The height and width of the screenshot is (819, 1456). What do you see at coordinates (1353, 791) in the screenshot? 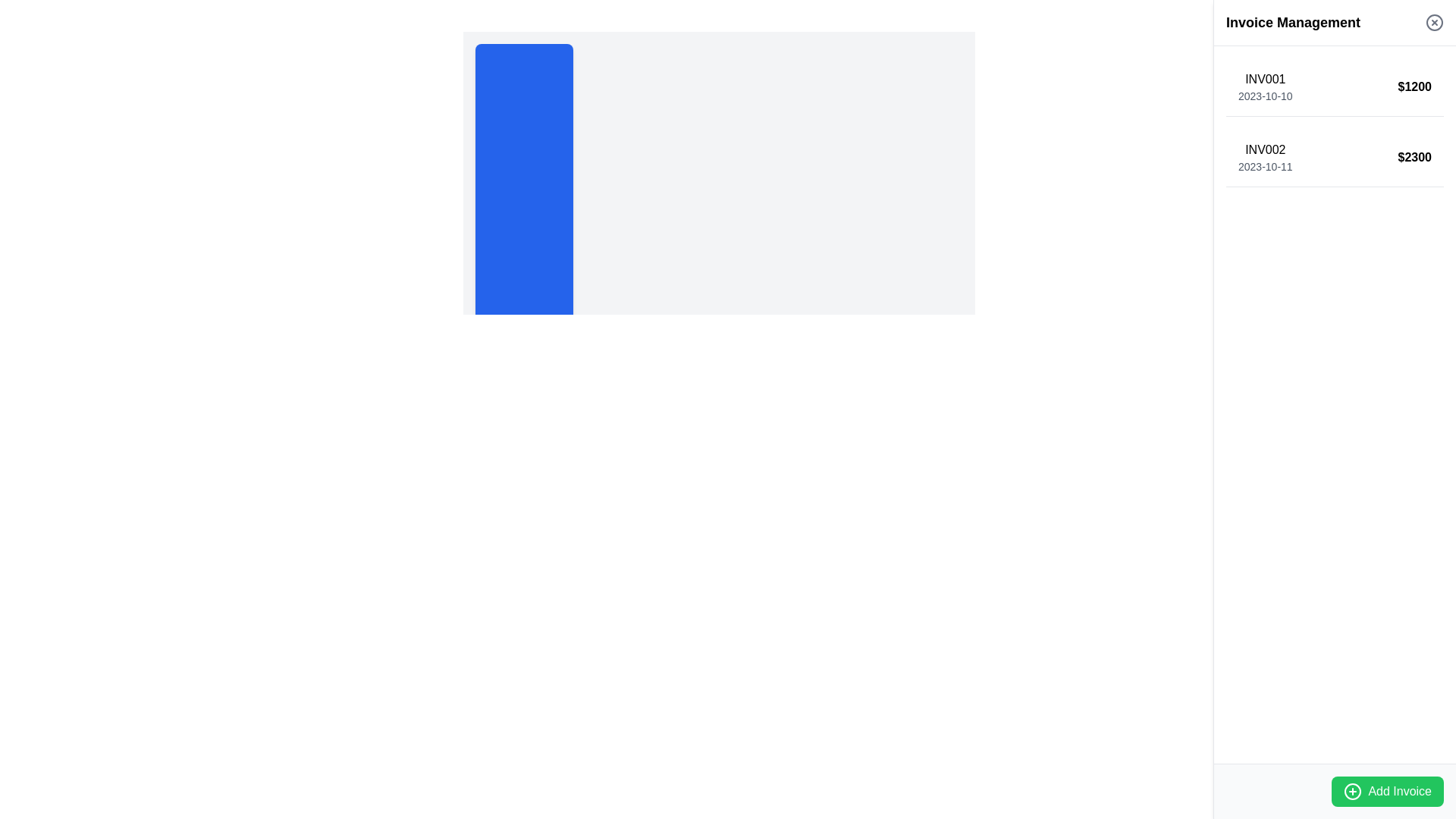
I see `the 'Add' icon positioned to the left of the text 'Add Invoice' within the green rounded rectangle button located at the bottom-right corner of the interface for visual feedback` at bounding box center [1353, 791].